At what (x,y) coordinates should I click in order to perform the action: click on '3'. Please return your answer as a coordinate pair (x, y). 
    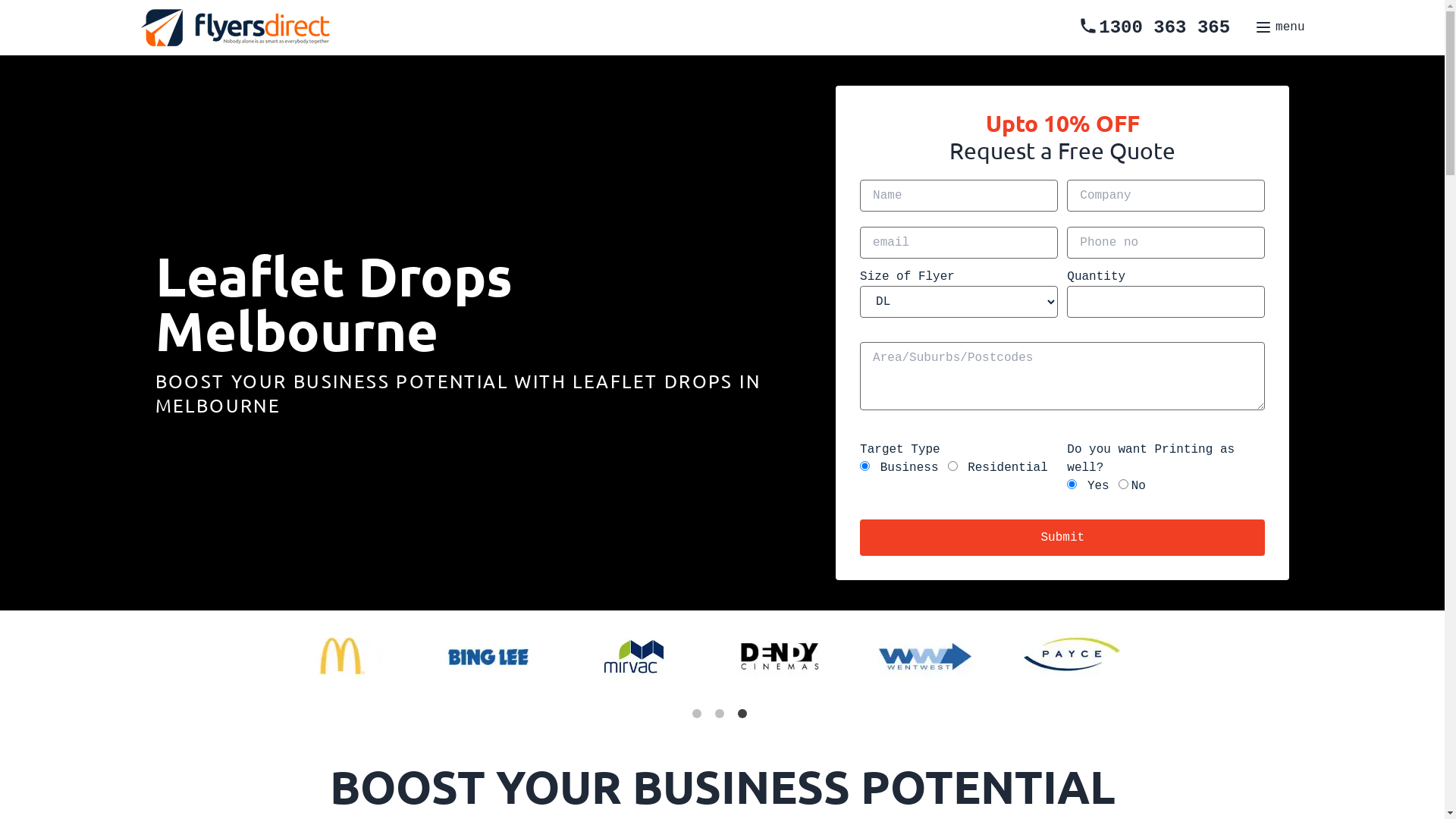
    Looking at the image, I should click on (745, 717).